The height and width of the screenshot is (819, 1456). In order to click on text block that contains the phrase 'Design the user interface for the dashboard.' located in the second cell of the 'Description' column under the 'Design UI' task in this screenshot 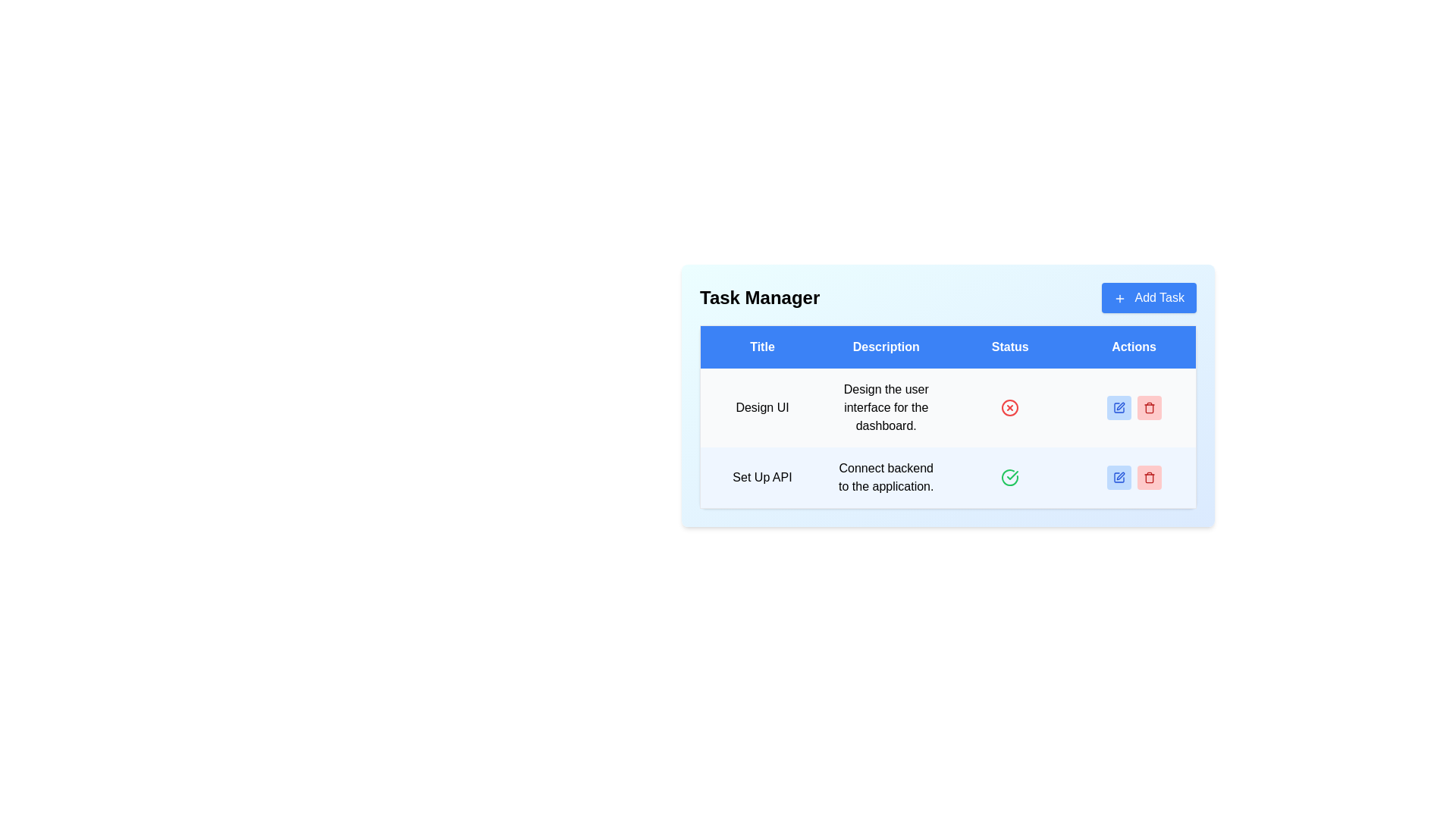, I will do `click(886, 406)`.